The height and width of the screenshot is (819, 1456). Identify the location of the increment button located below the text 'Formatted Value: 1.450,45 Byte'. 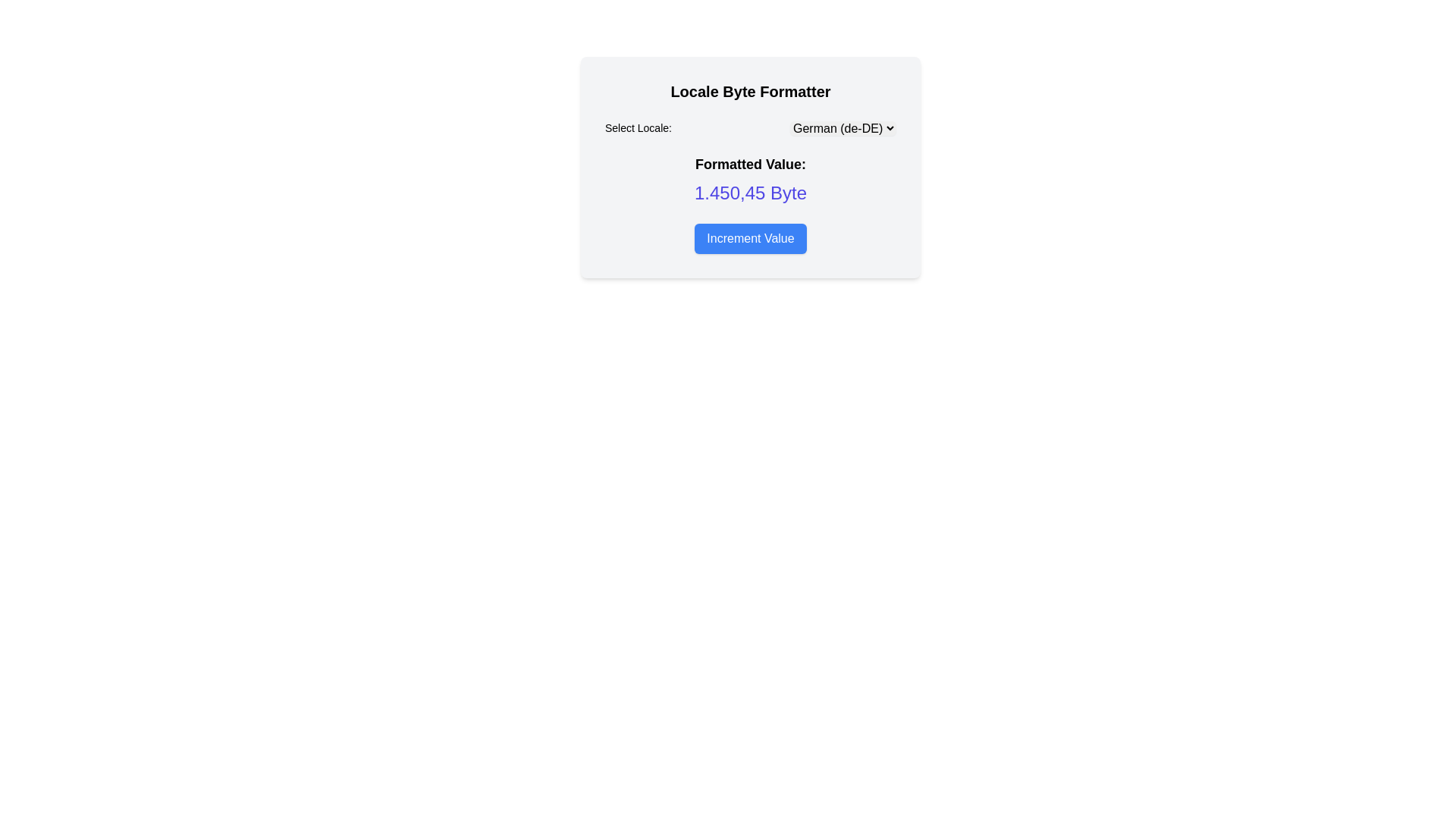
(750, 239).